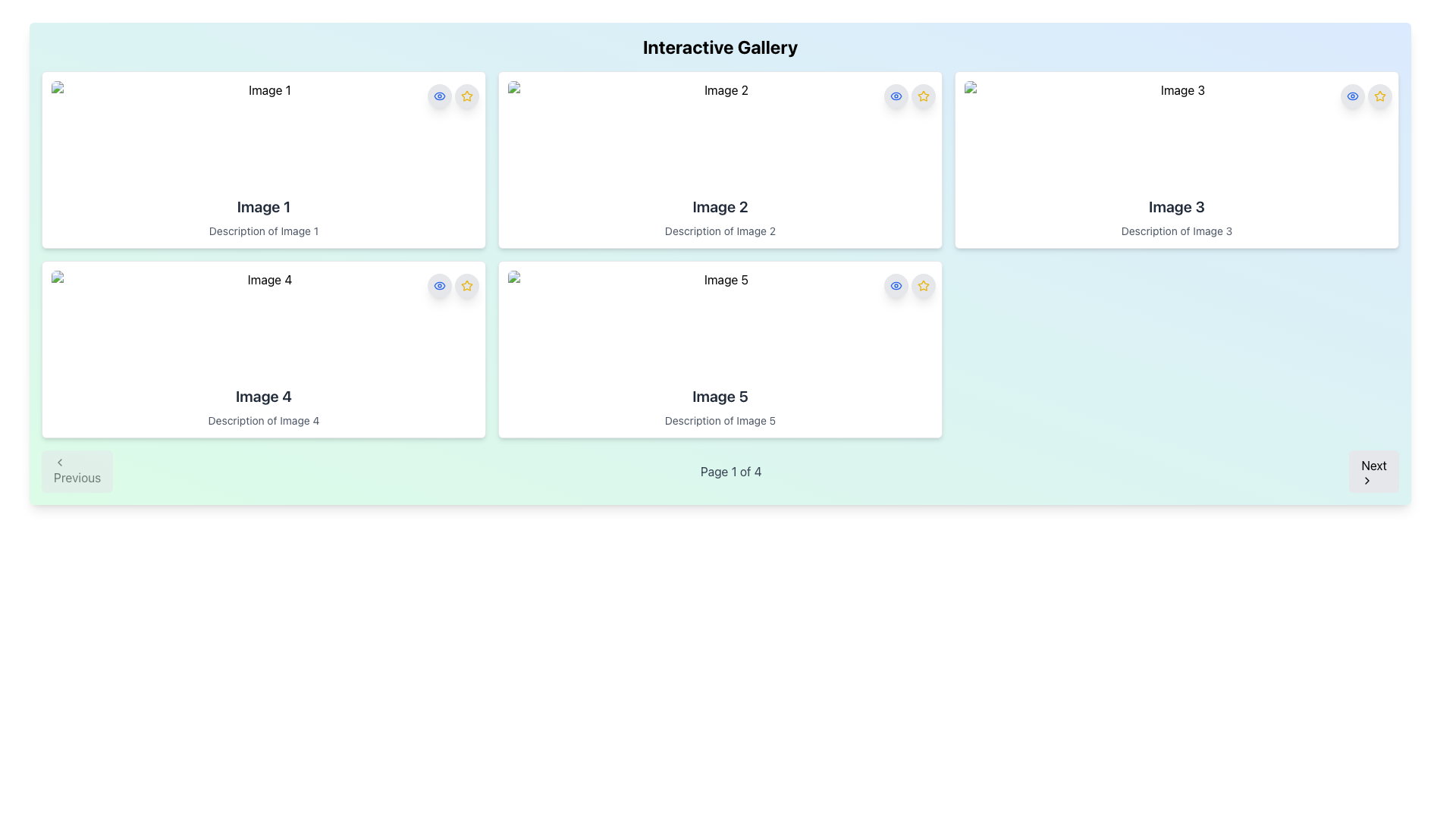  I want to click on the Text content area that provides information about Image 4, so click(263, 406).